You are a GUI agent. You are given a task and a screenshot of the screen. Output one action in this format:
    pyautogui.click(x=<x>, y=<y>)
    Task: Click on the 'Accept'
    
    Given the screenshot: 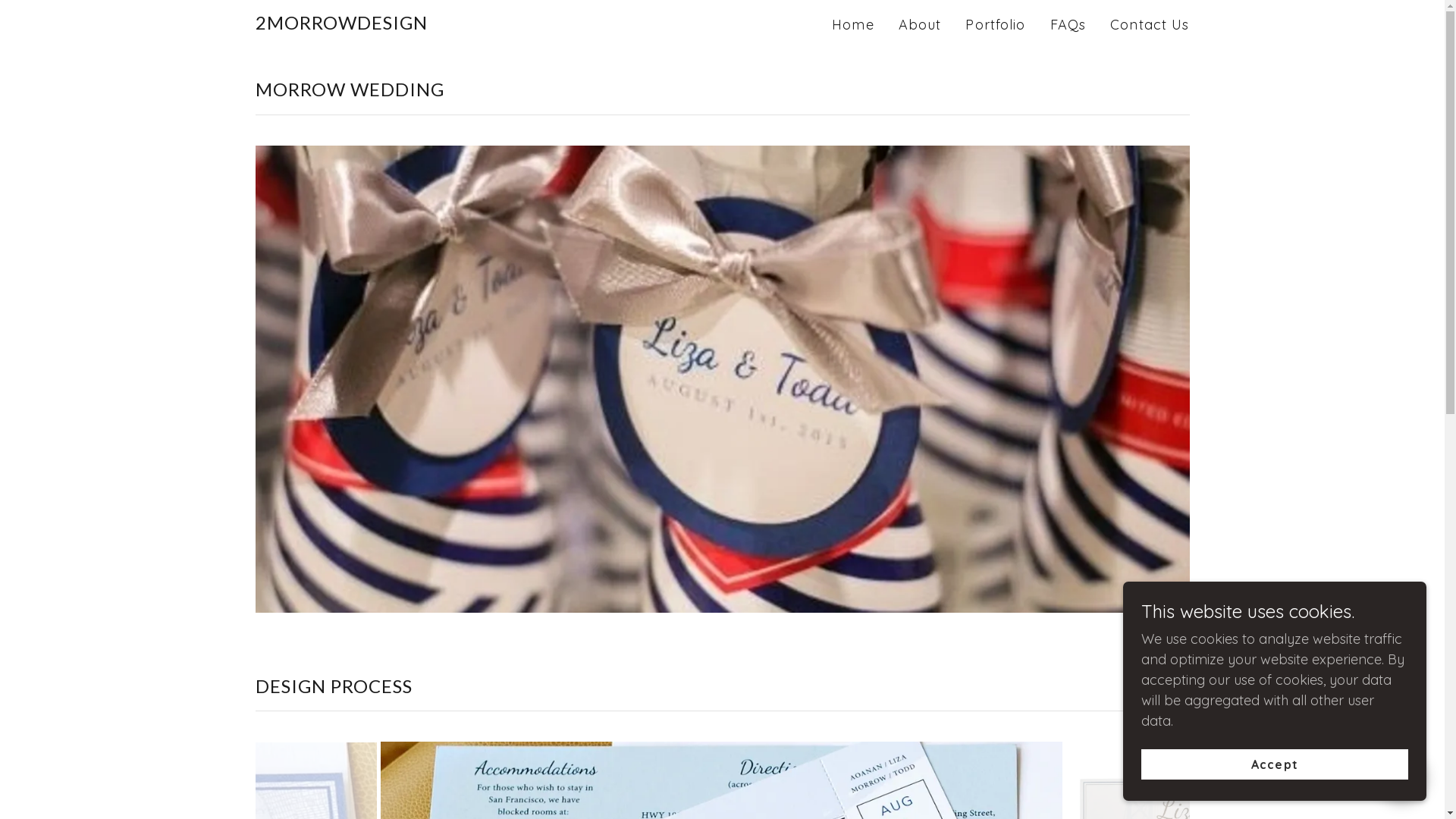 What is the action you would take?
    pyautogui.click(x=1274, y=764)
    